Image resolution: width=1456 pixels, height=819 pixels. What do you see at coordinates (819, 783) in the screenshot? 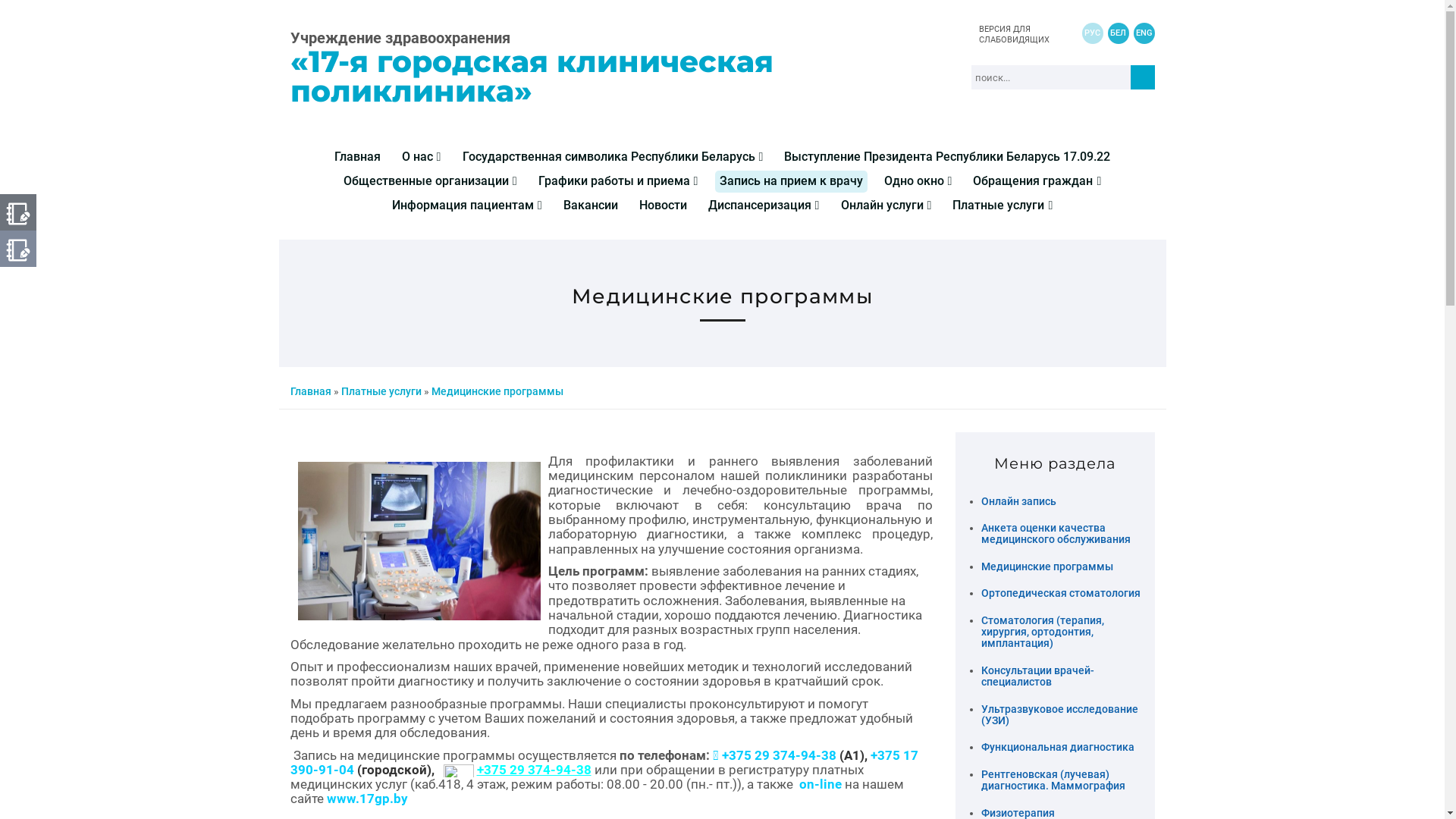
I see `'on-line'` at bounding box center [819, 783].